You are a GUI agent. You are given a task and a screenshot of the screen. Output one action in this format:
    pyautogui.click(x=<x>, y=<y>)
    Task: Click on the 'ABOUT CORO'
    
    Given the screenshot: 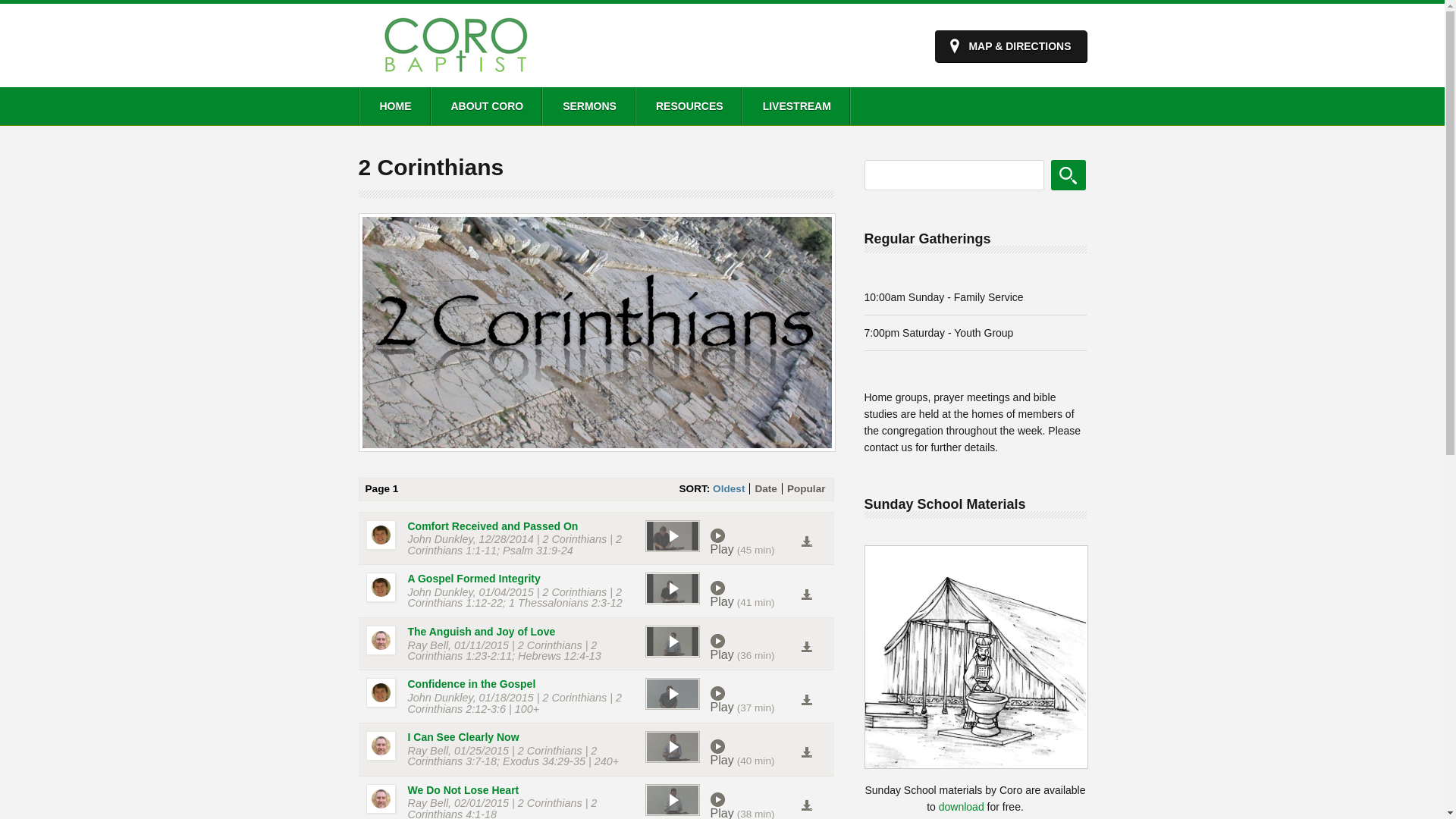 What is the action you would take?
    pyautogui.click(x=486, y=105)
    